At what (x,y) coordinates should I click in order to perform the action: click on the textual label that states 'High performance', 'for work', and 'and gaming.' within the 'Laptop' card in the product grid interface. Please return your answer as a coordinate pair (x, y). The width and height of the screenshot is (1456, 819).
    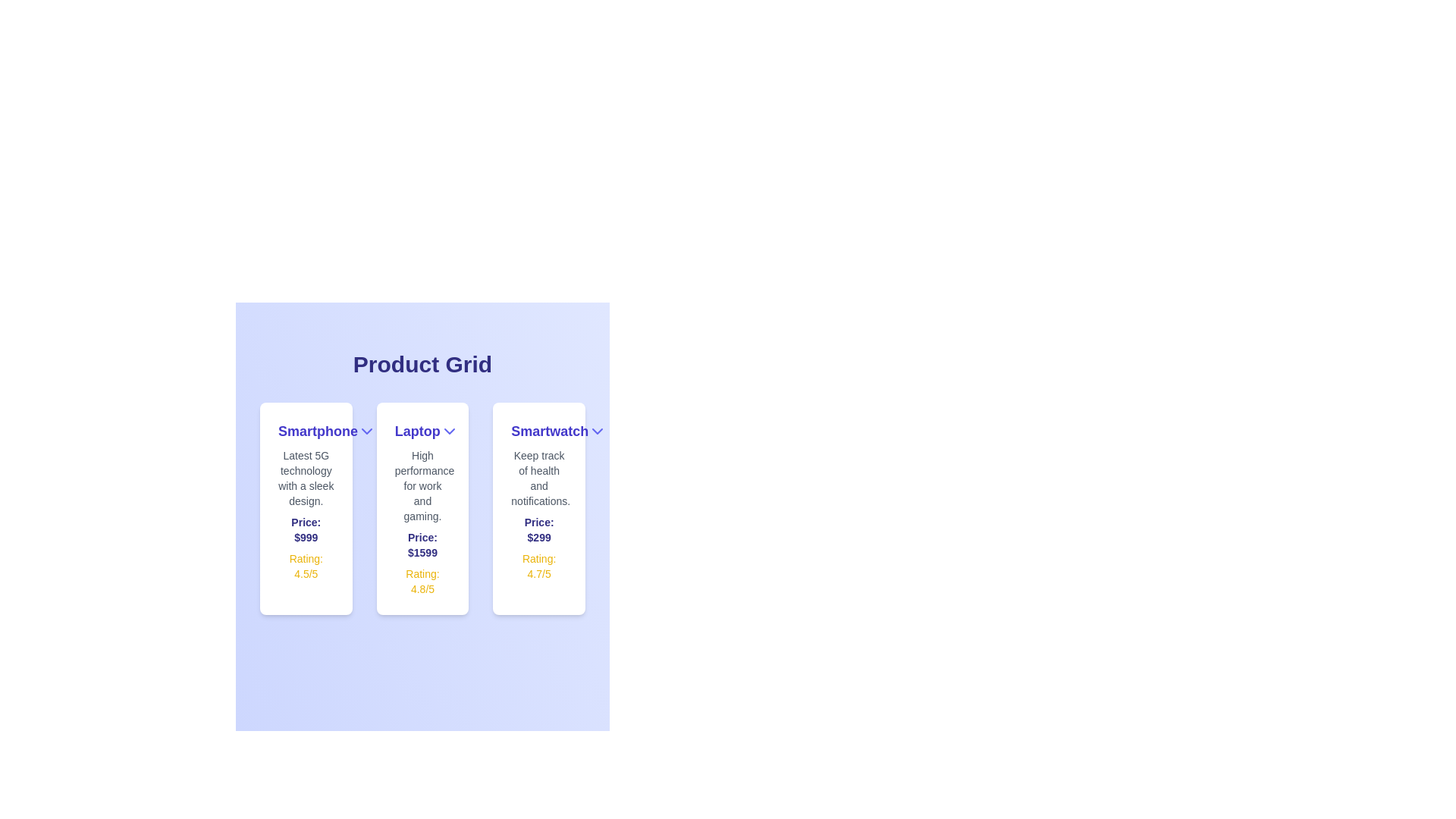
    Looking at the image, I should click on (422, 485).